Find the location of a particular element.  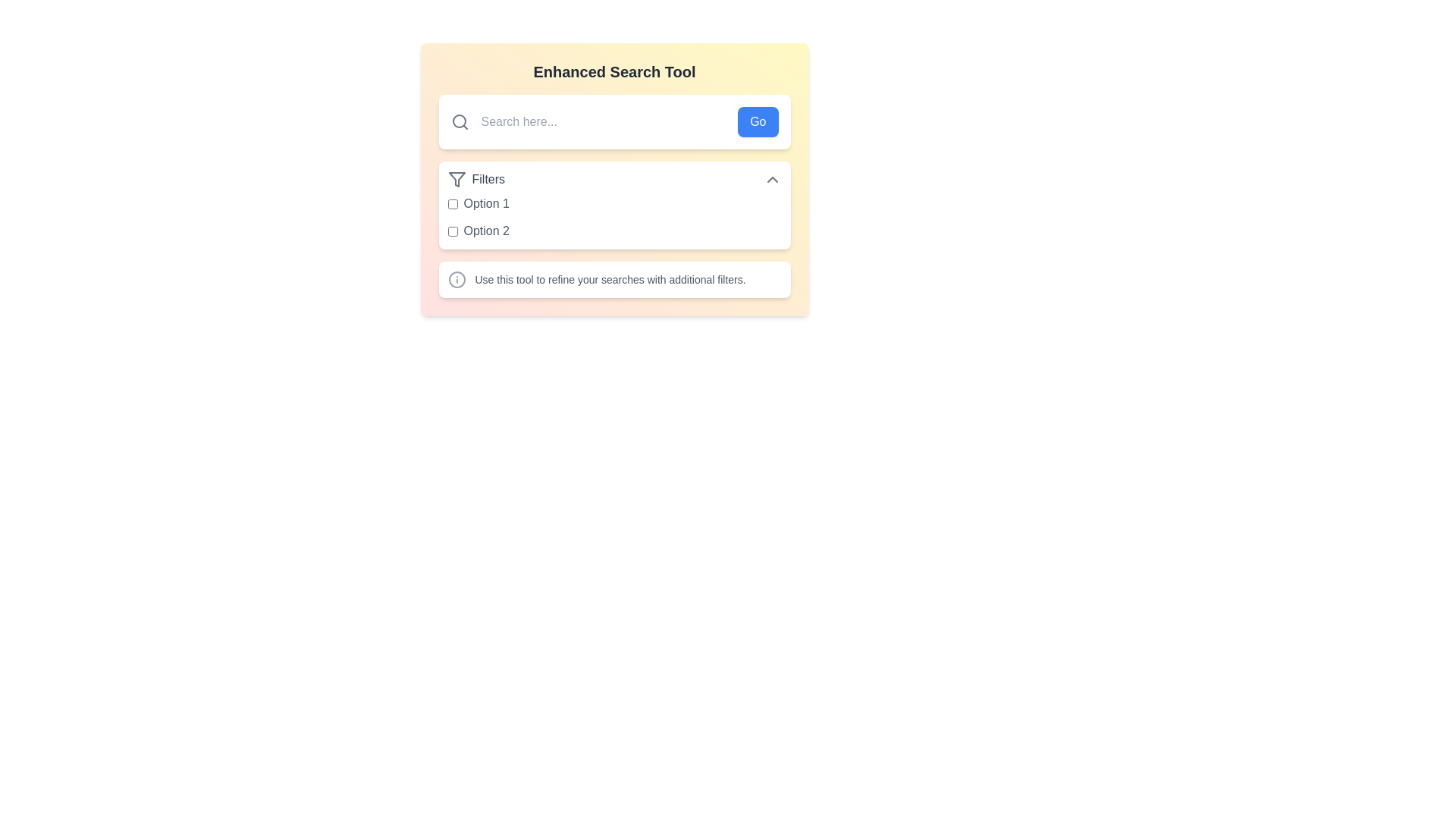

the funnel icon located at the top-left corner of the 'Filters' label for additional details is located at coordinates (456, 178).